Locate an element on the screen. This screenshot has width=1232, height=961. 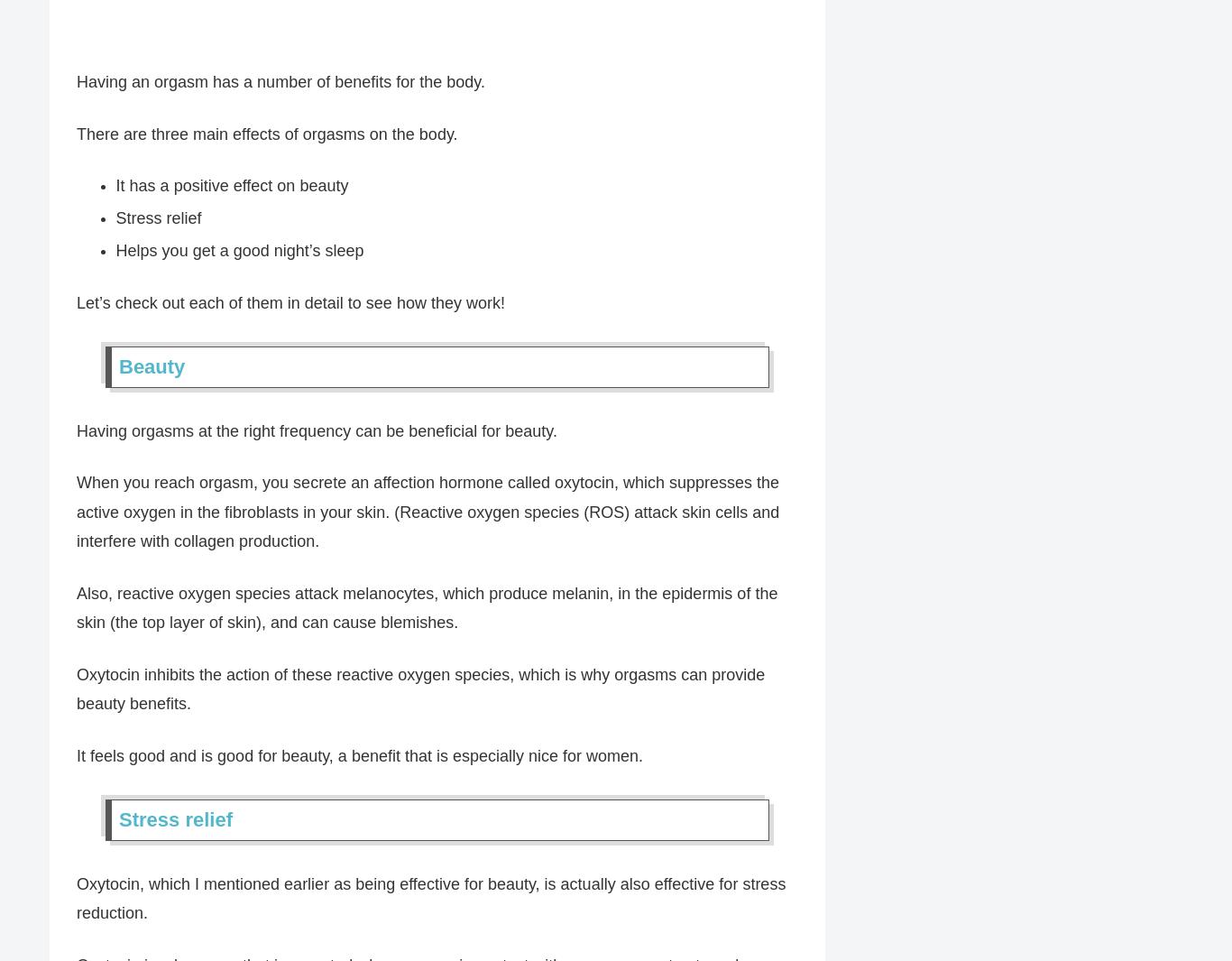
'Oxytocin, which I mentioned earlier as being effective for beauty, is actually also effective for stress reduction.' is located at coordinates (430, 900).